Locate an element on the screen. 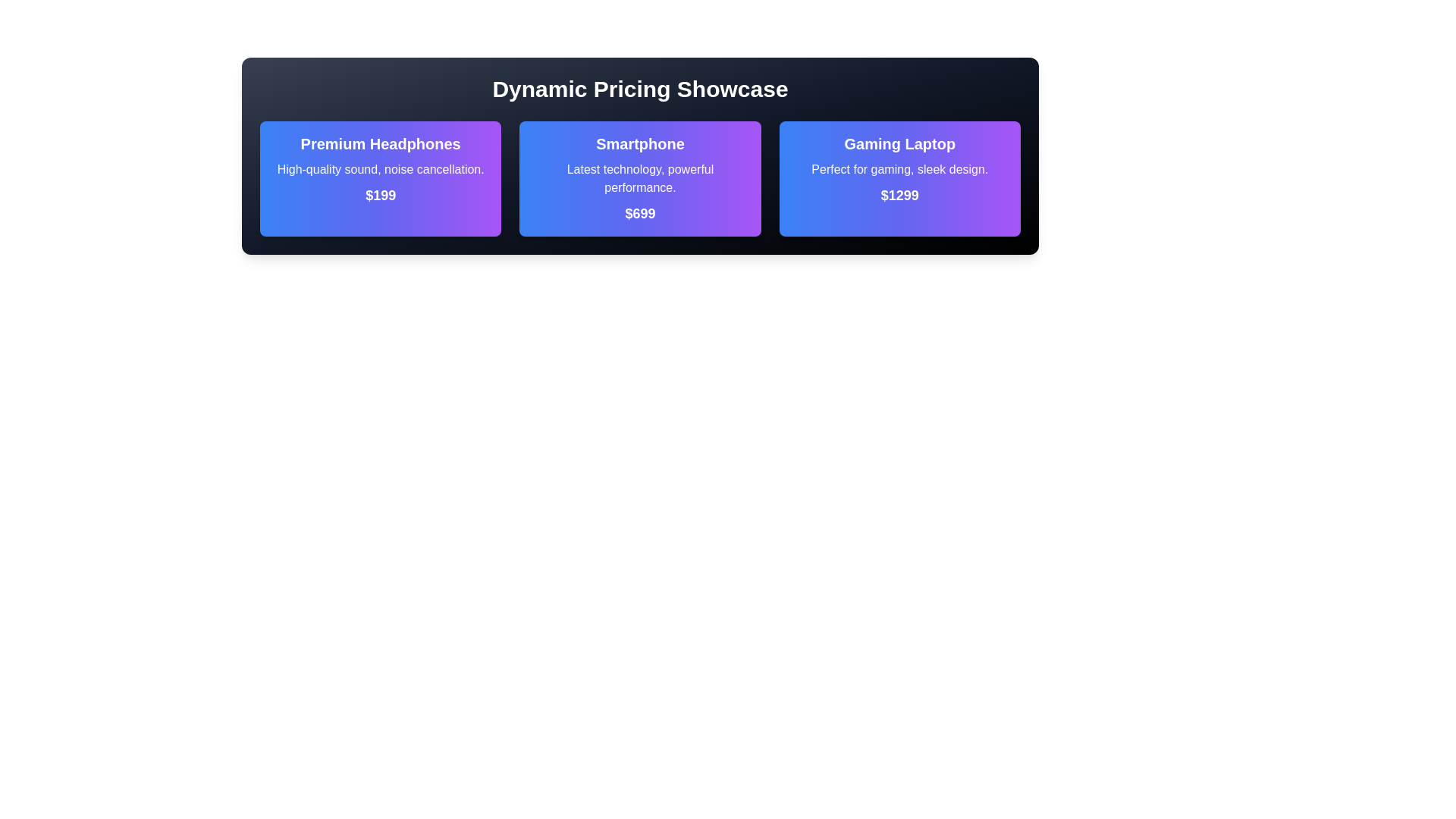  the text label that serves as the title for the product 'Premium Headphones', which is positioned above the description and price in the product card is located at coordinates (381, 143).